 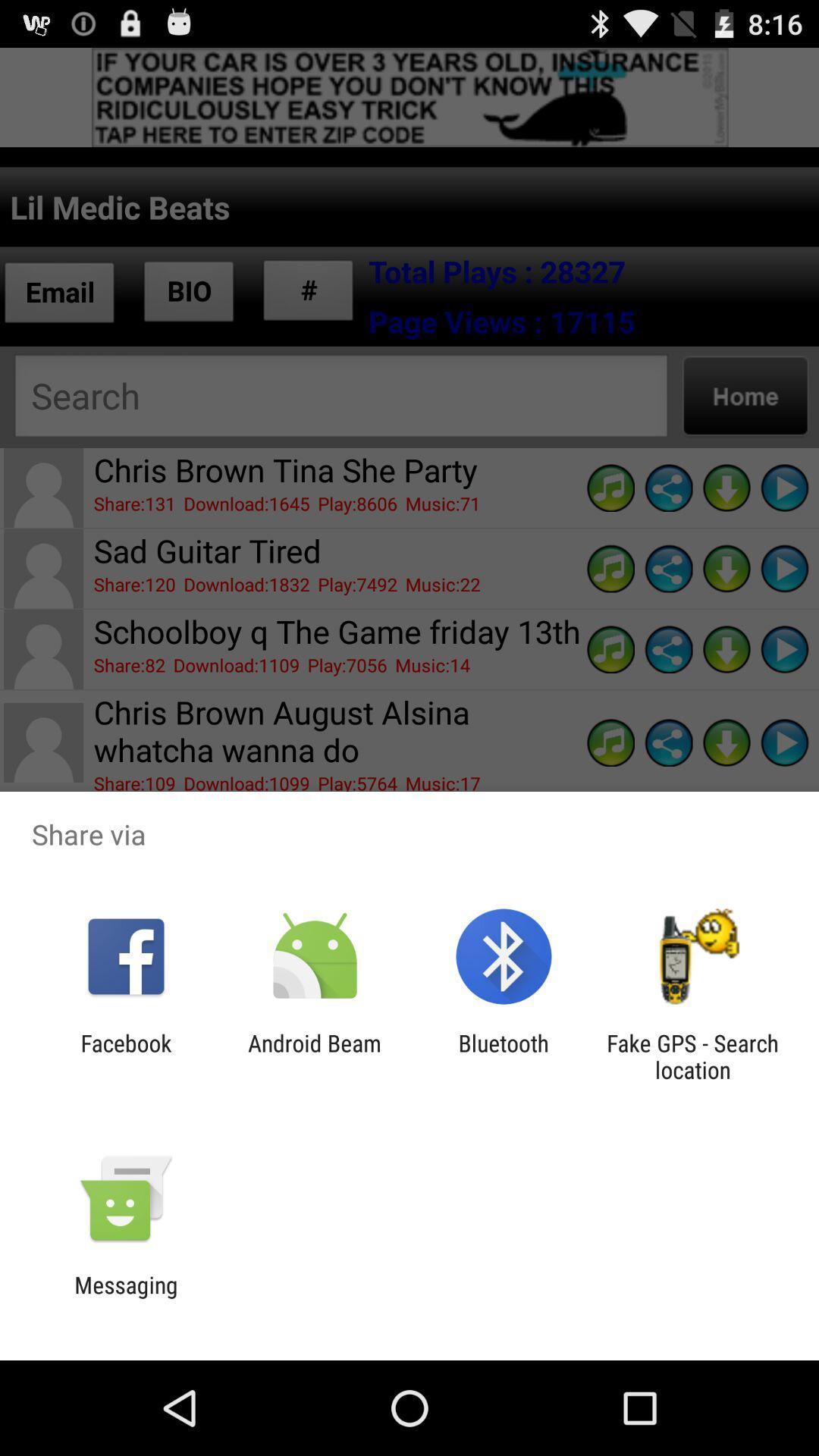 What do you see at coordinates (314, 1056) in the screenshot?
I see `item to the left of the bluetooth` at bounding box center [314, 1056].